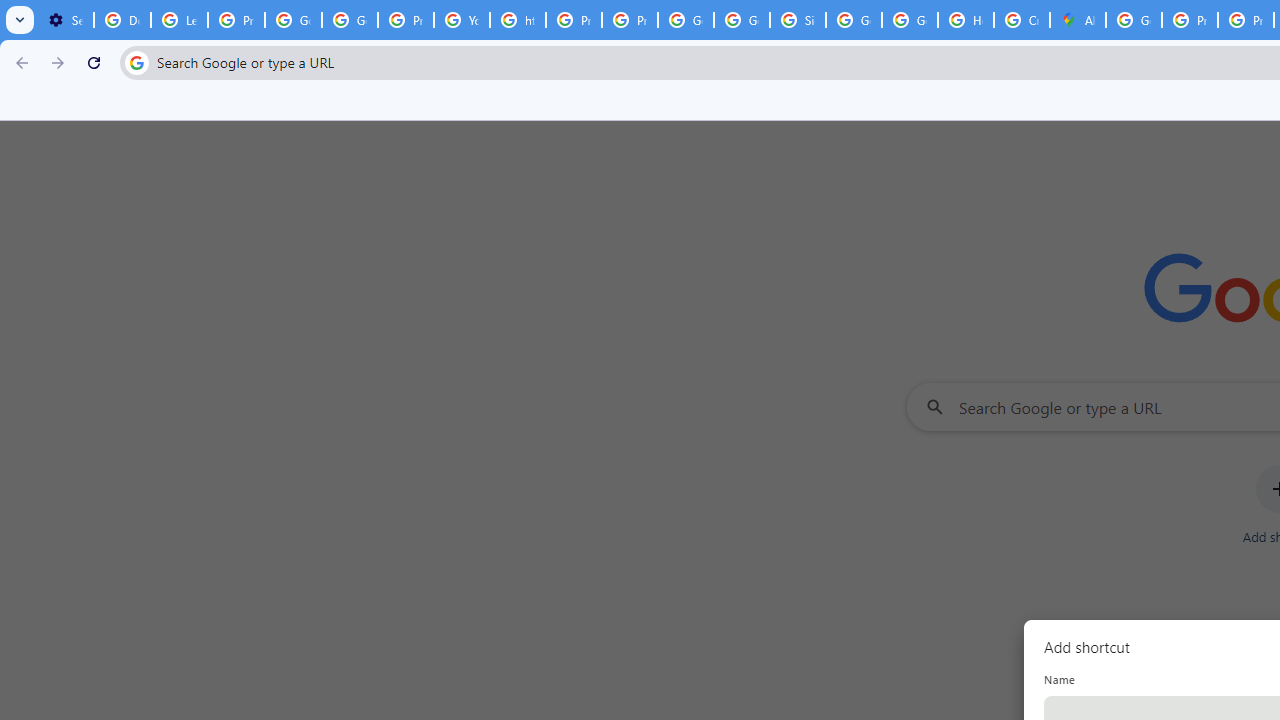  I want to click on 'Sign in - Google Accounts', so click(797, 20).